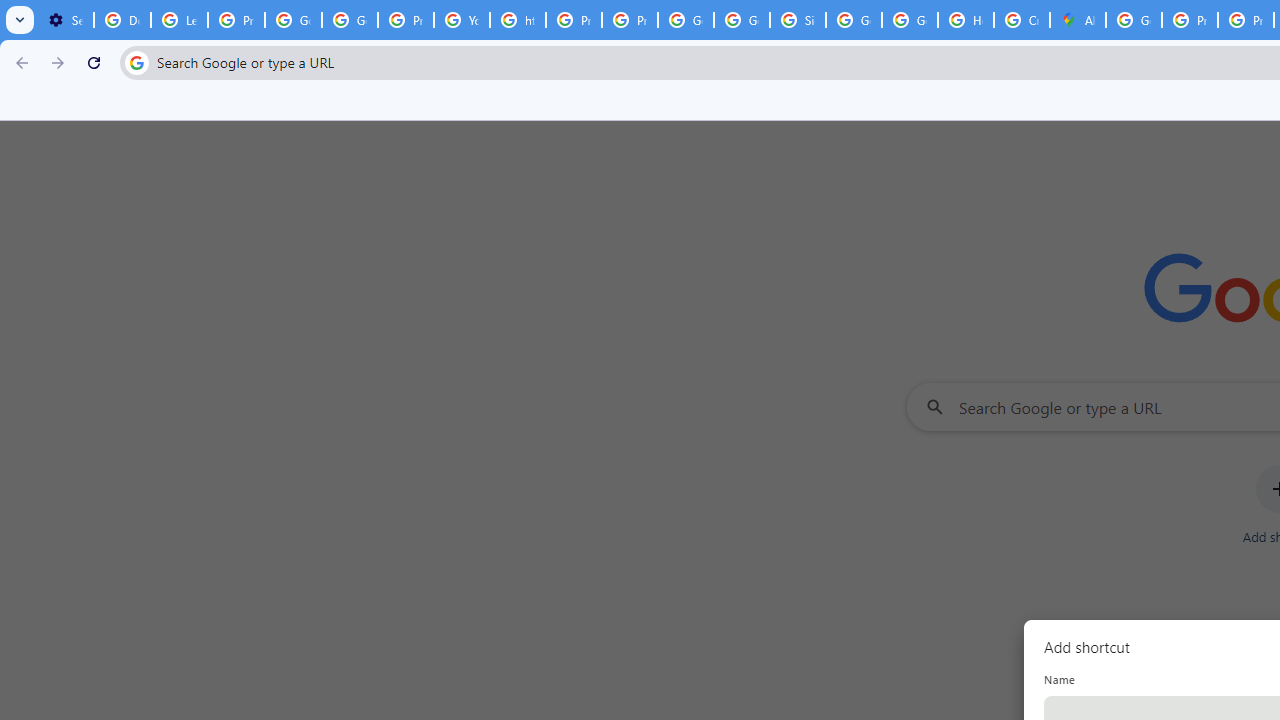  I want to click on 'Sign in - Google Accounts', so click(797, 20).